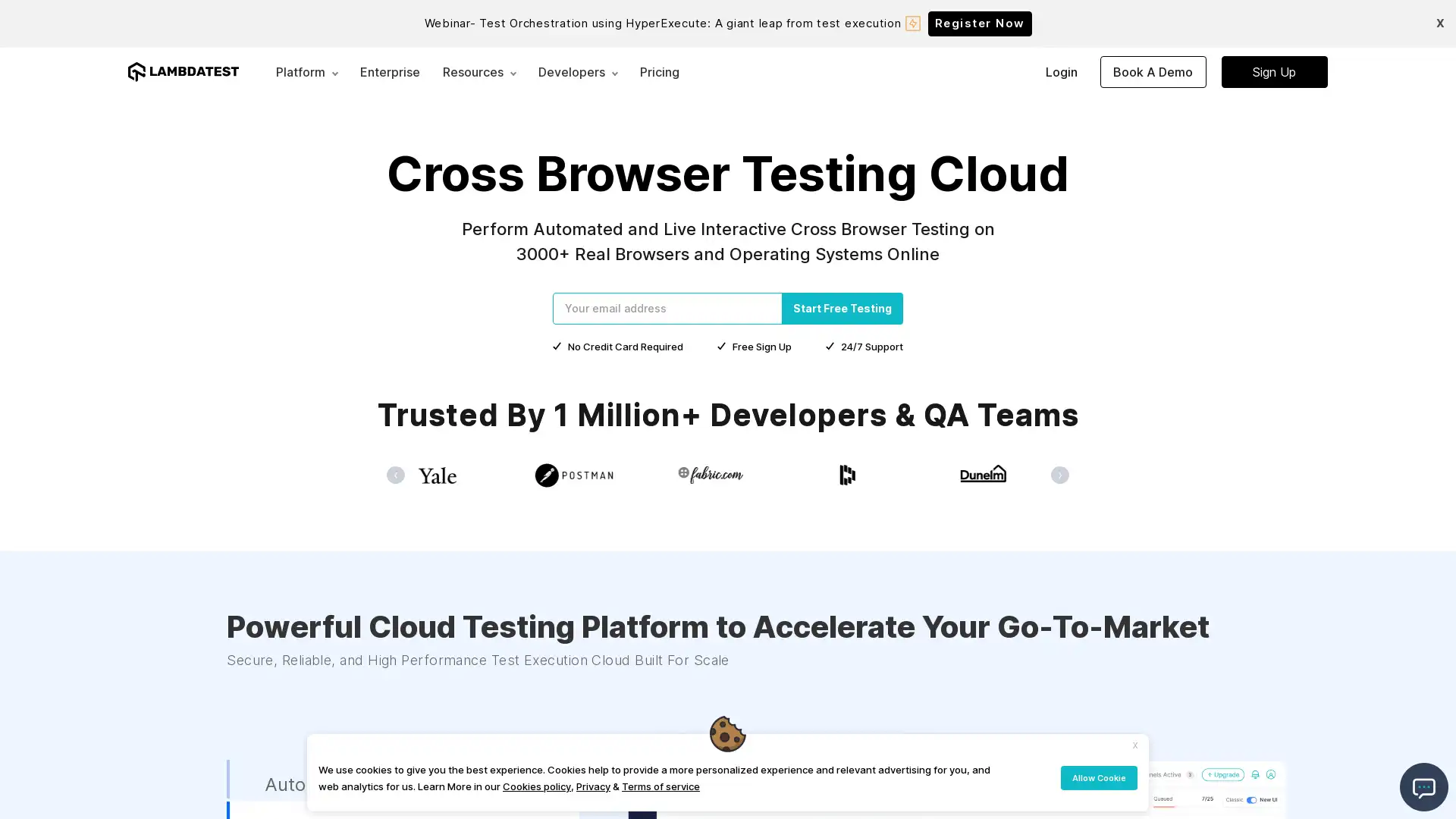  What do you see at coordinates (577, 71) in the screenshot?
I see `Developers` at bounding box center [577, 71].